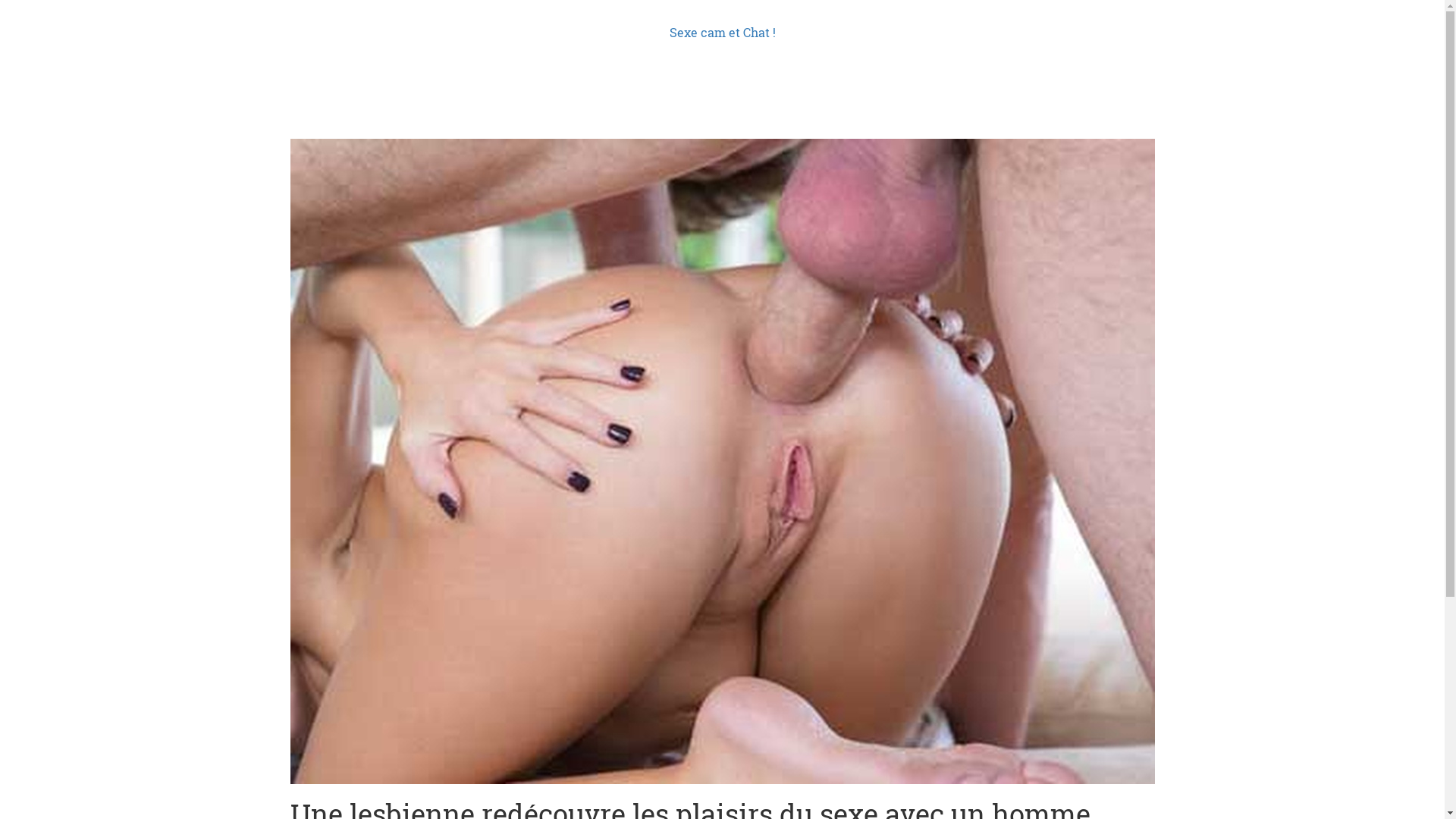  What do you see at coordinates (720, 32) in the screenshot?
I see `'Sexe cam et Chat !'` at bounding box center [720, 32].